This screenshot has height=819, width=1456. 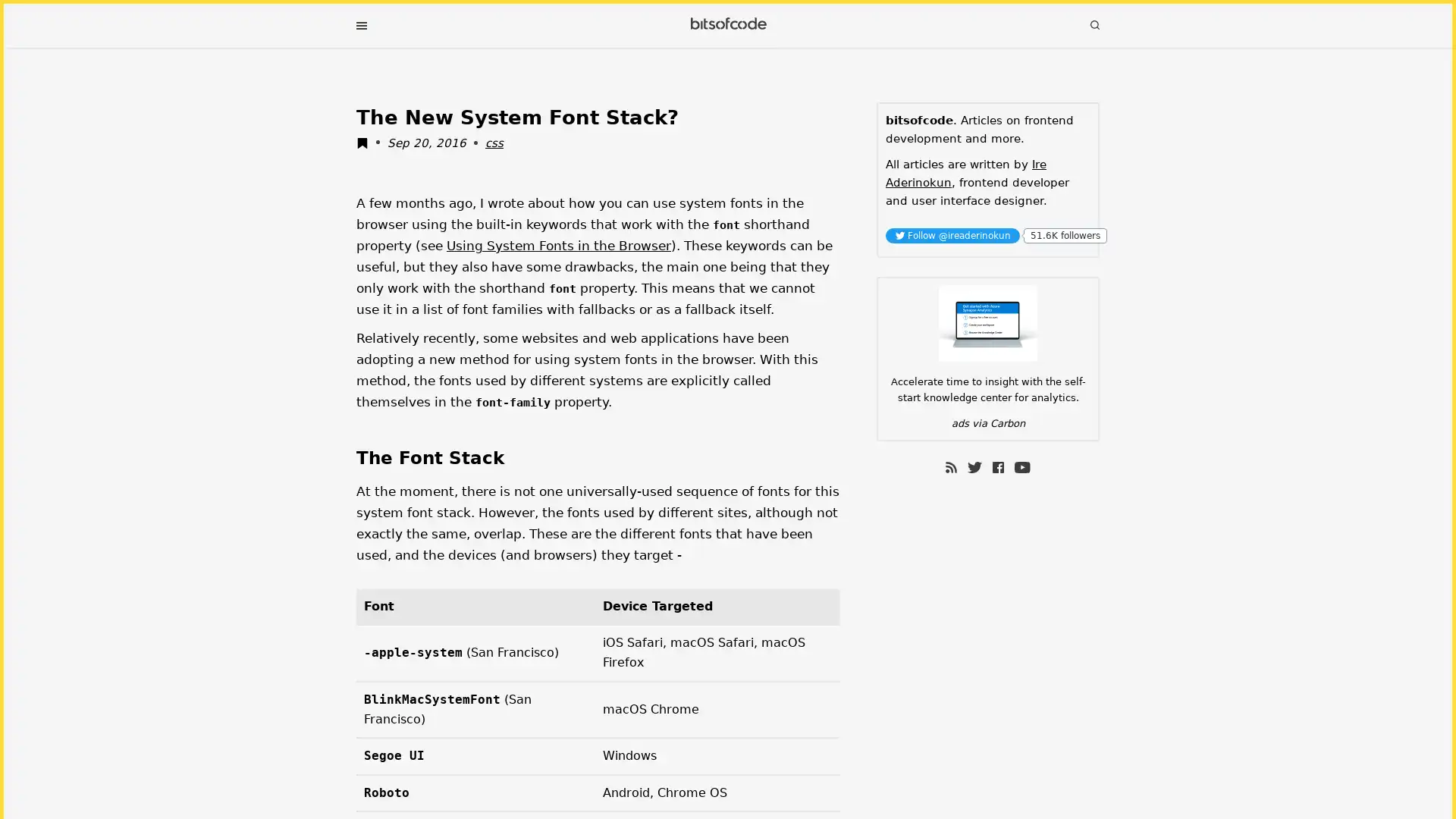 I want to click on Save Article for Offline, so click(x=366, y=145).